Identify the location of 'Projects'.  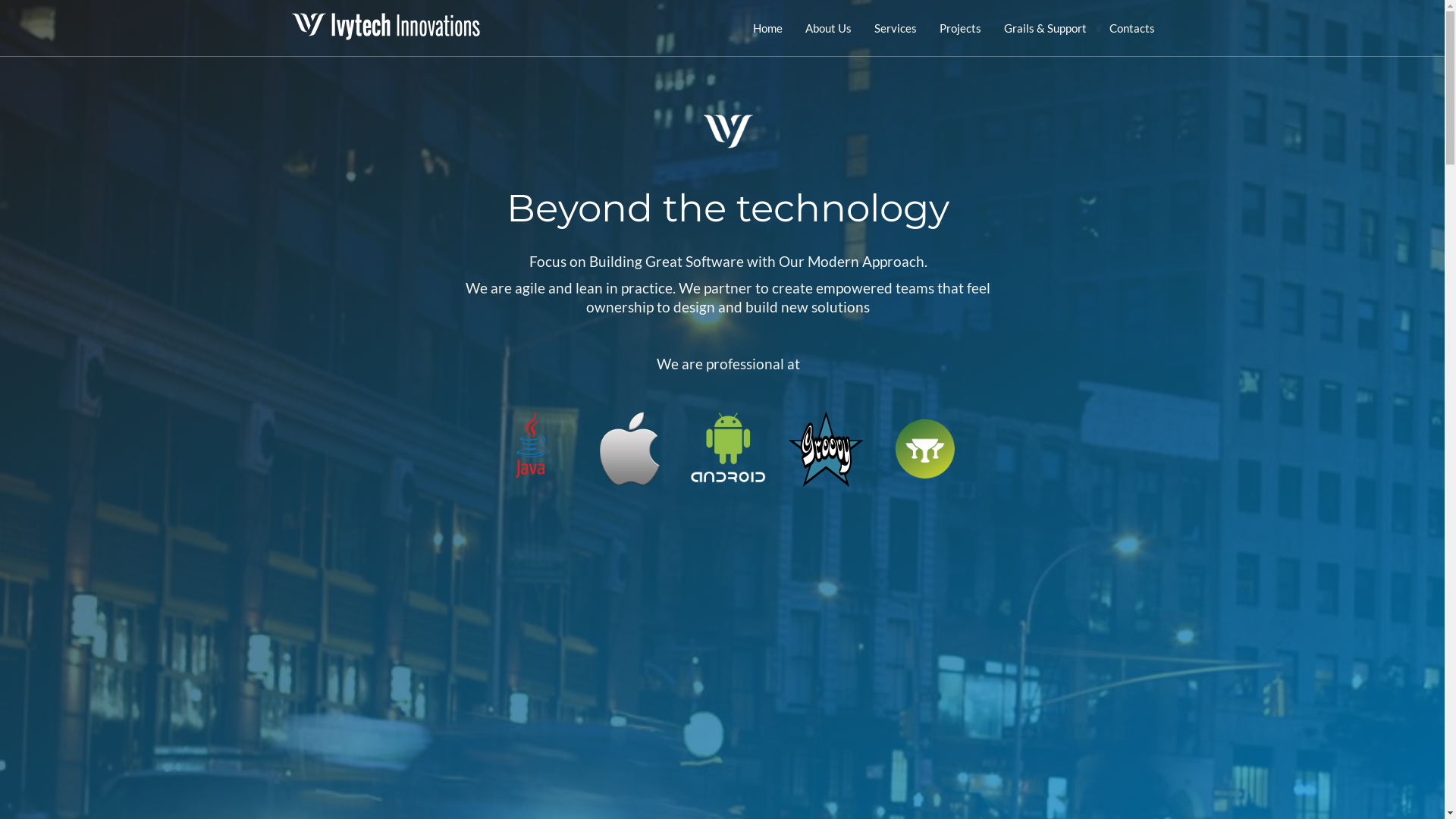
(959, 28).